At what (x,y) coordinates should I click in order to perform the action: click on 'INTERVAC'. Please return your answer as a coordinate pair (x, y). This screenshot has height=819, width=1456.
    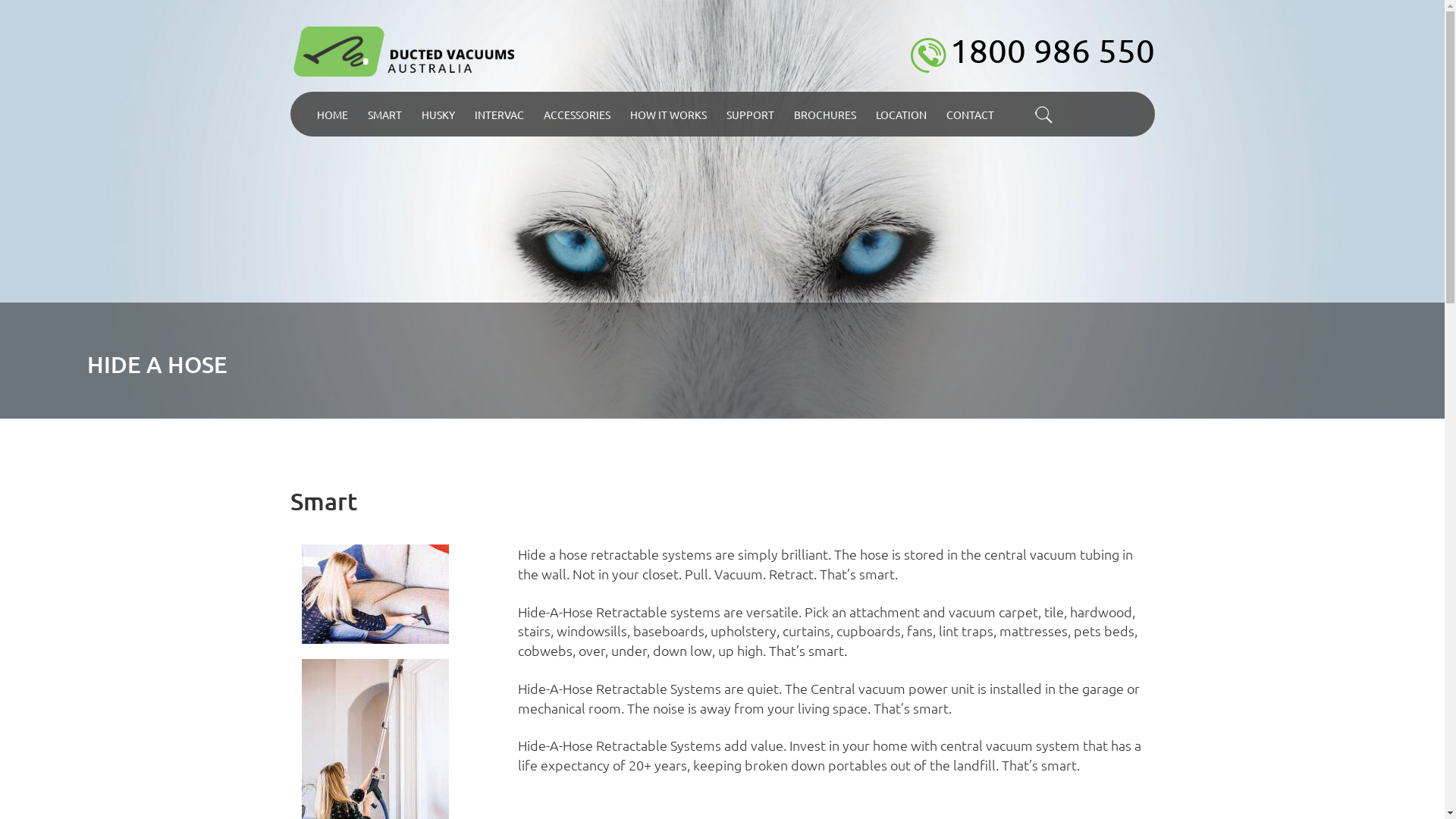
    Looking at the image, I should click on (463, 113).